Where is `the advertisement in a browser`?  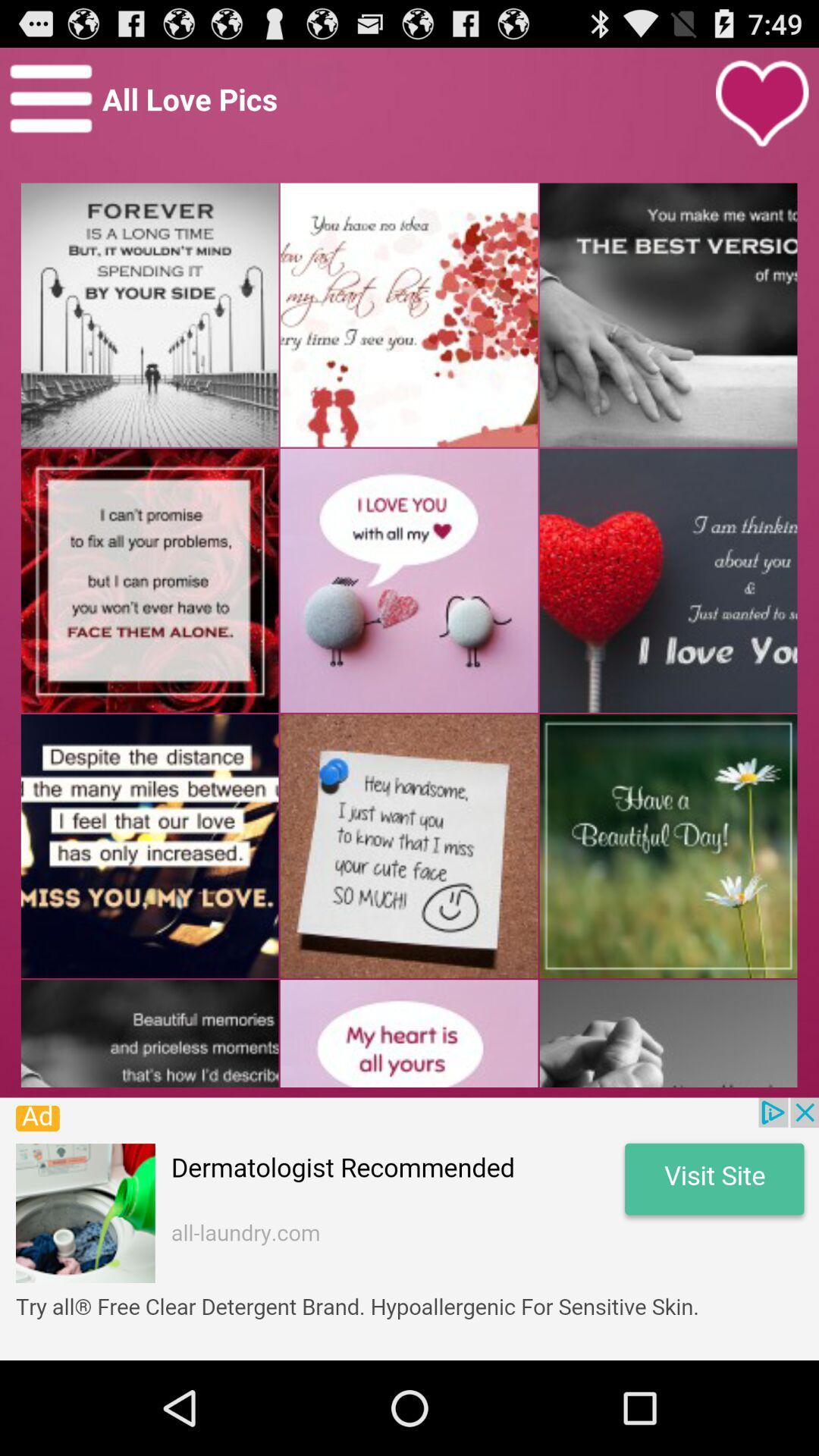 the advertisement in a browser is located at coordinates (409, 1228).